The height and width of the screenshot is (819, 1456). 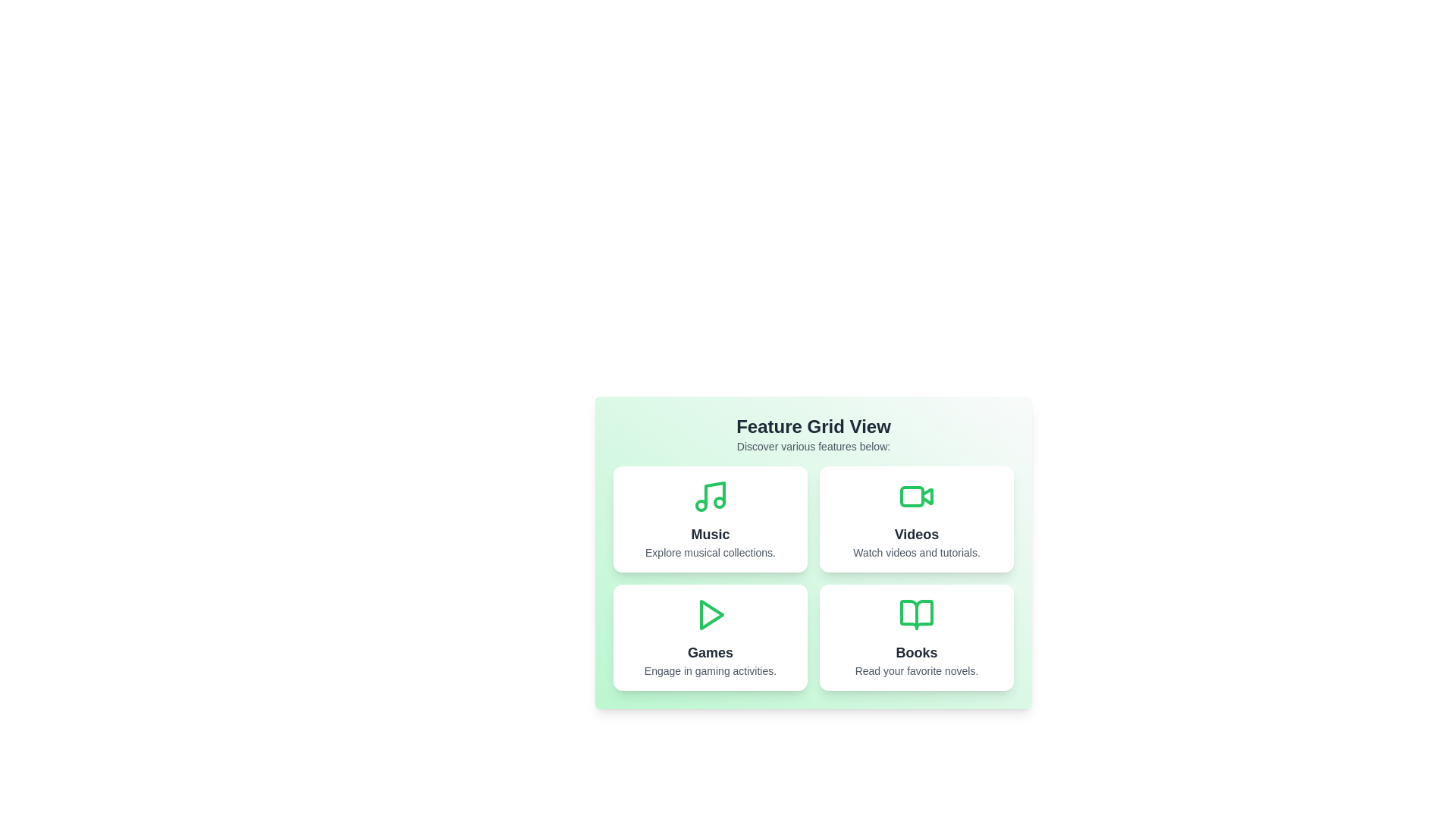 What do you see at coordinates (709, 519) in the screenshot?
I see `the Music card to observe its hover effect` at bounding box center [709, 519].